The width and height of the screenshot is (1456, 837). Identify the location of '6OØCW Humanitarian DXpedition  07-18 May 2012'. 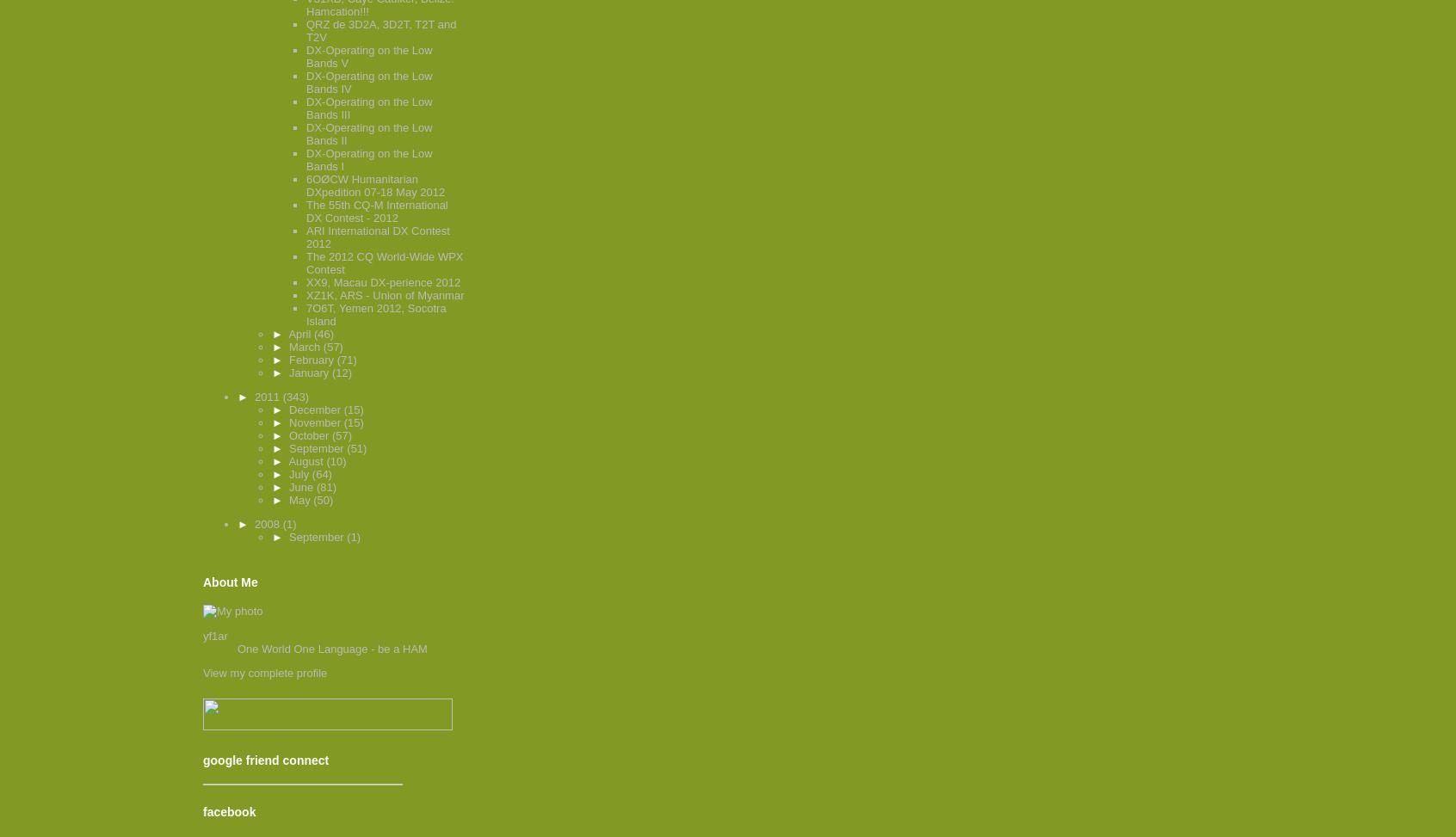
(374, 185).